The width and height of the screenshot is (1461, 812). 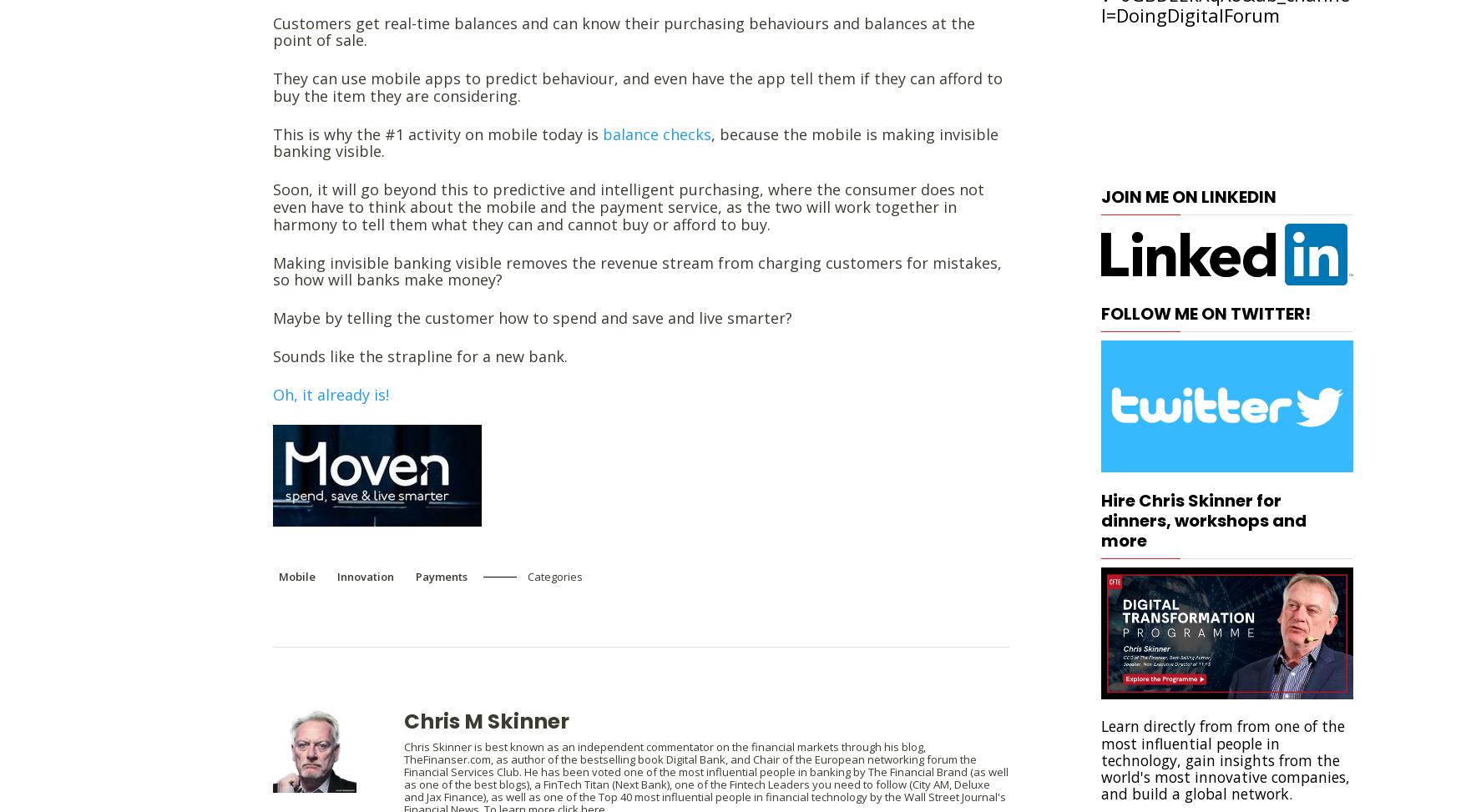 What do you see at coordinates (603, 133) in the screenshot?
I see `'balance checks'` at bounding box center [603, 133].